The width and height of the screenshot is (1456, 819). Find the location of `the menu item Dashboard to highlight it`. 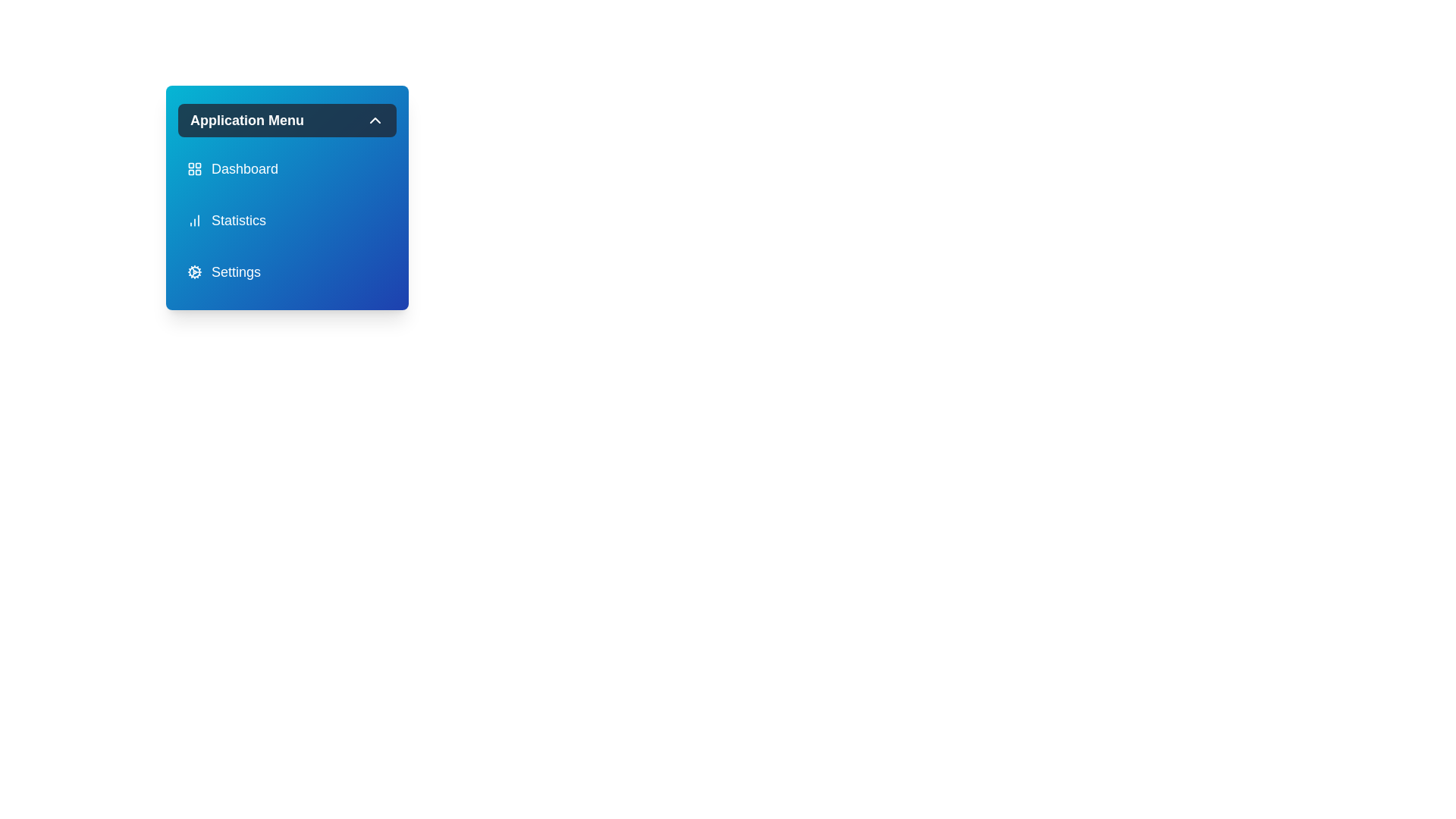

the menu item Dashboard to highlight it is located at coordinates (287, 169).